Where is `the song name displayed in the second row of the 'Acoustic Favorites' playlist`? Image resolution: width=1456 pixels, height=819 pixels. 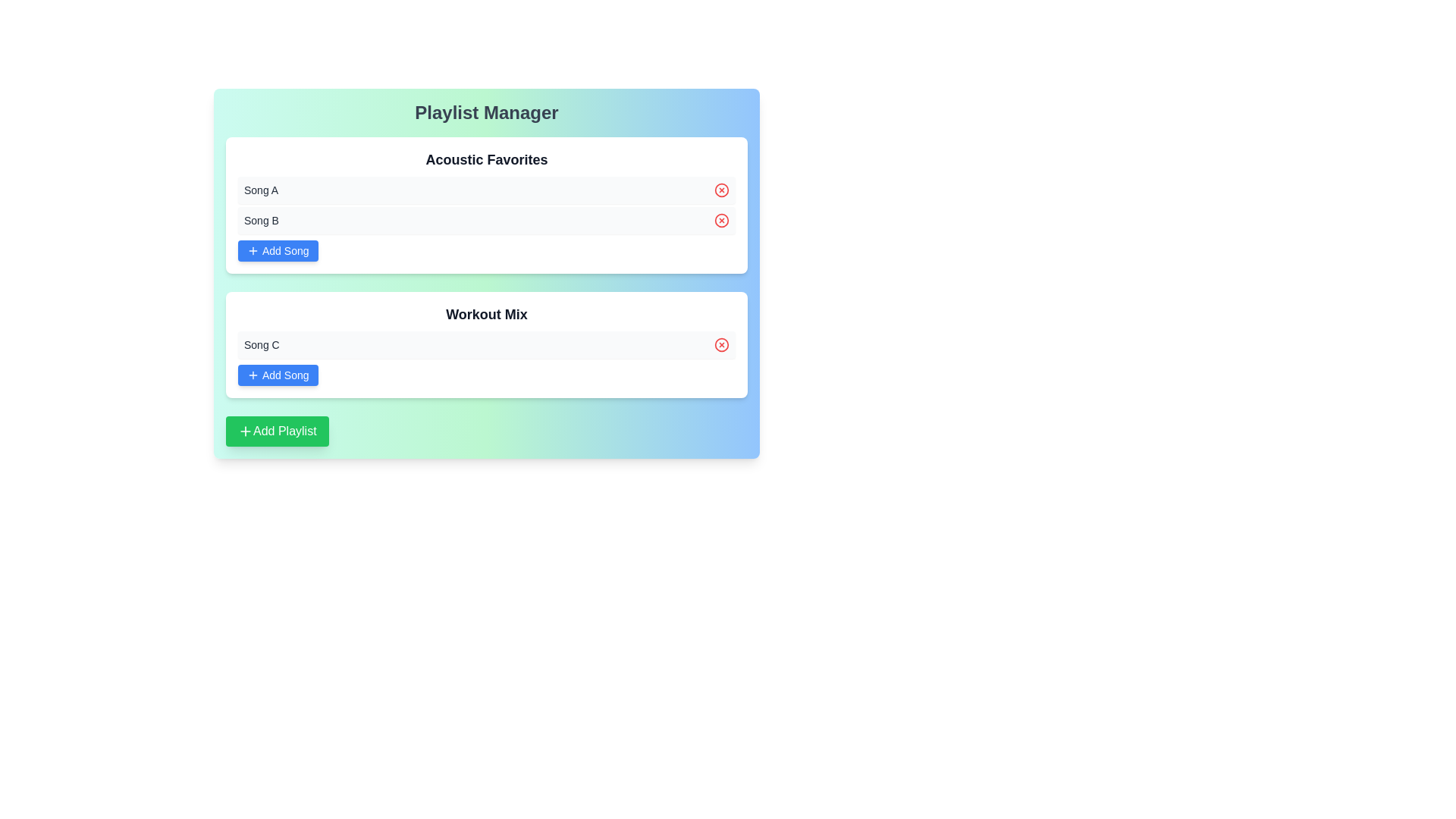 the song name displayed in the second row of the 'Acoustic Favorites' playlist is located at coordinates (487, 220).